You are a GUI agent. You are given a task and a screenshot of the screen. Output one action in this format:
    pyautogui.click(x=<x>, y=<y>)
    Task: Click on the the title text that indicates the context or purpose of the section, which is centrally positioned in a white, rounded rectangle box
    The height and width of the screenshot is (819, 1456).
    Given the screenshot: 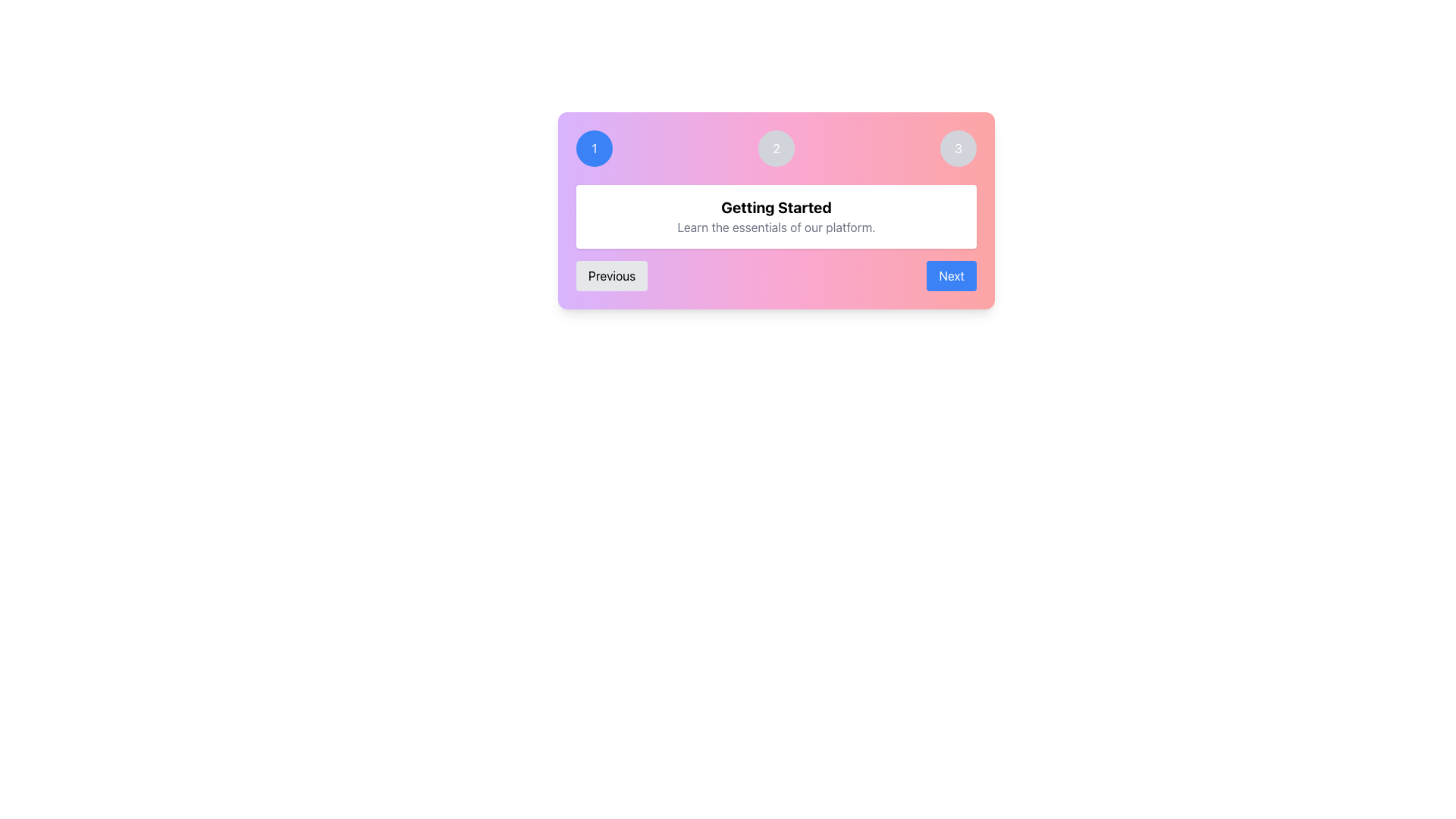 What is the action you would take?
    pyautogui.click(x=776, y=207)
    